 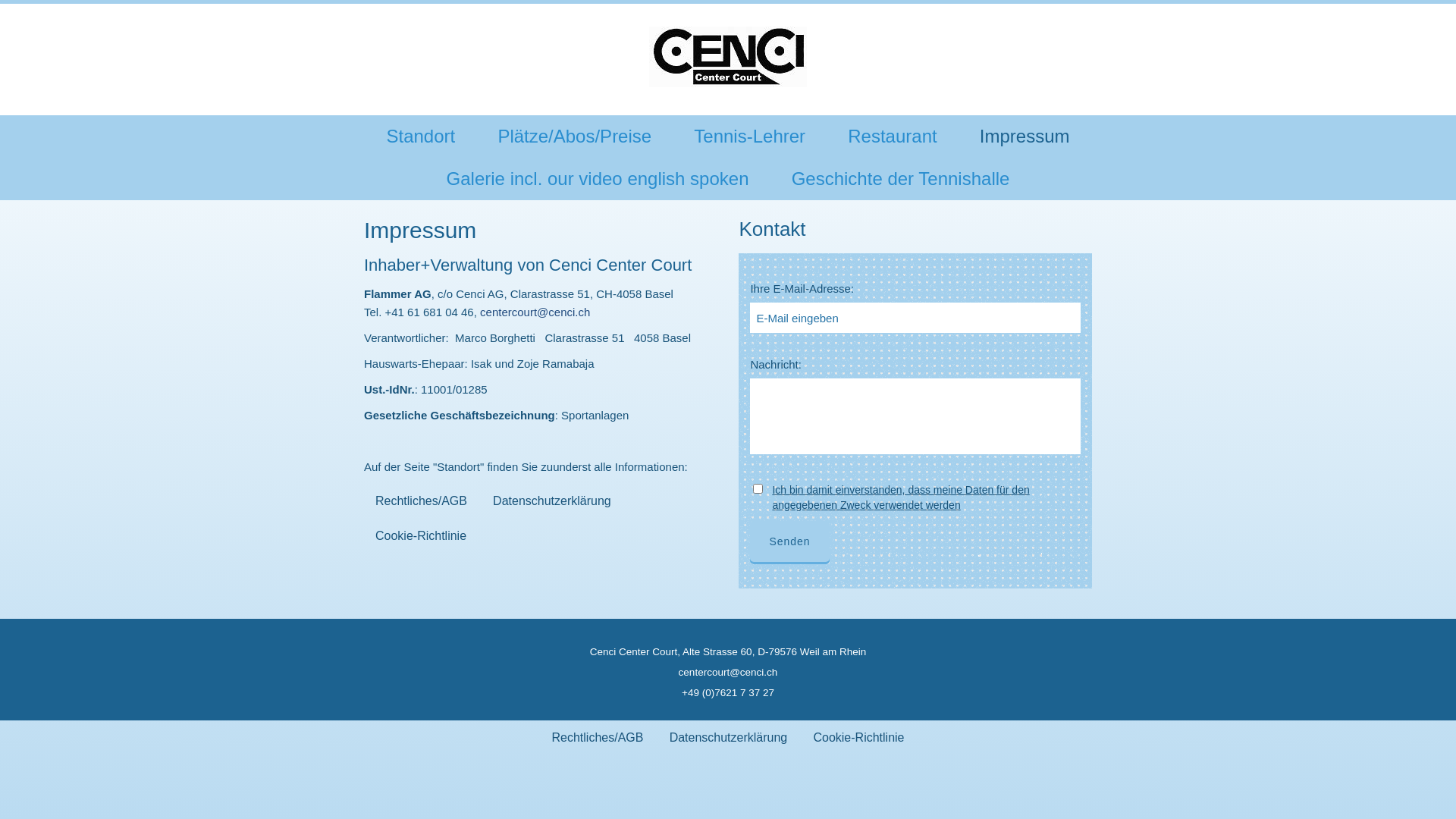 What do you see at coordinates (892, 136) in the screenshot?
I see `'Restaurant'` at bounding box center [892, 136].